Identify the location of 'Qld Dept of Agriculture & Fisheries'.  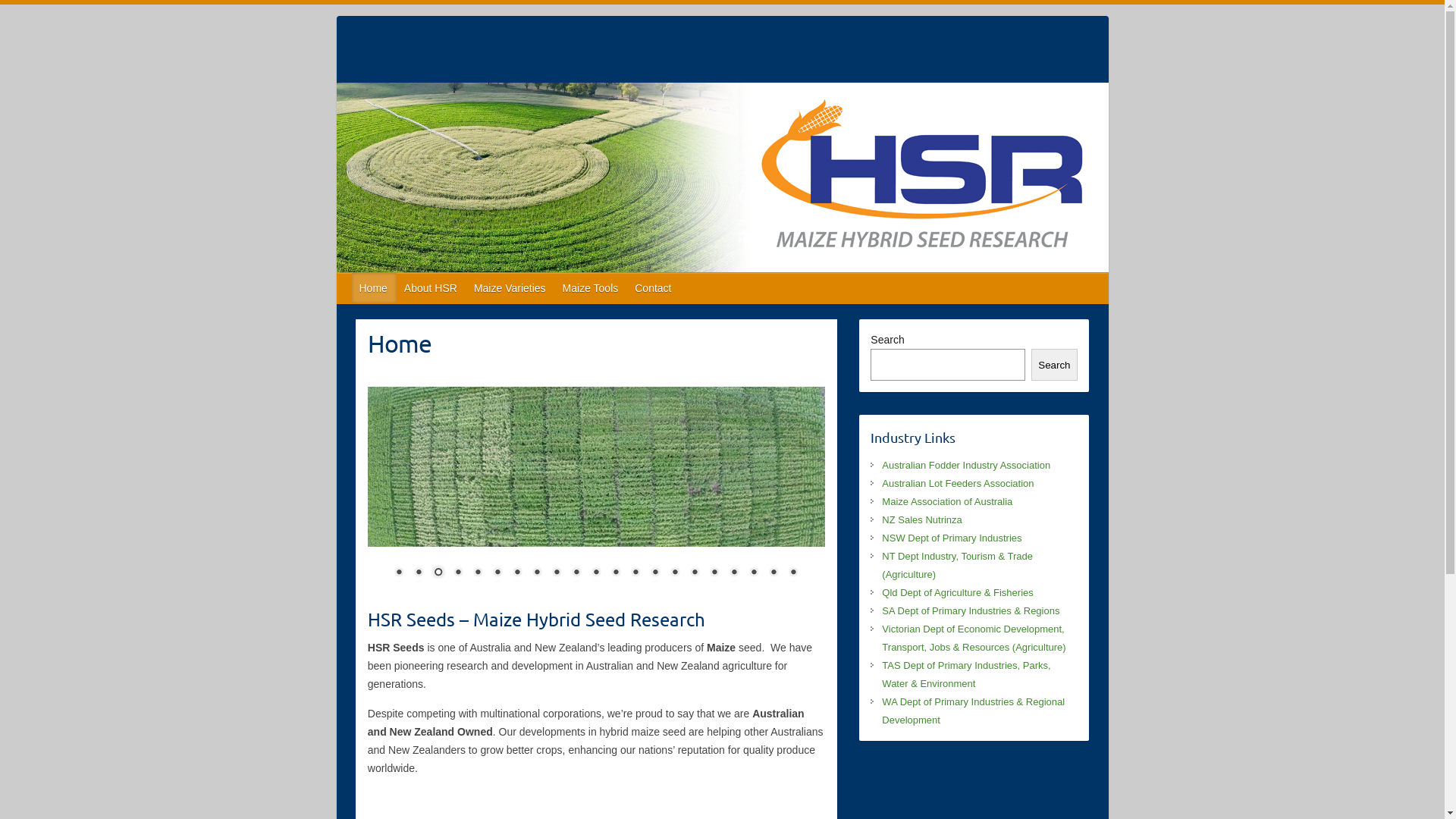
(881, 591).